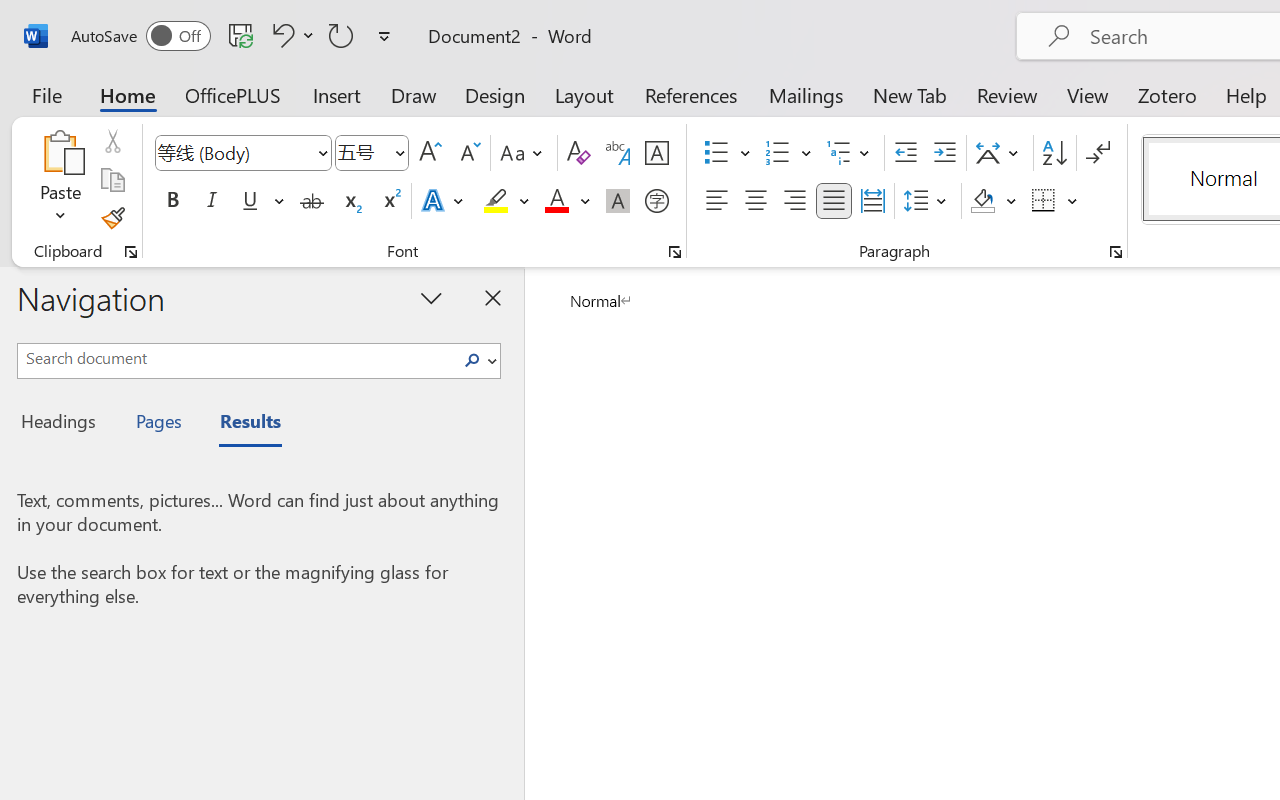 The image size is (1280, 800). Describe the element at coordinates (413, 94) in the screenshot. I see `'Draw'` at that location.